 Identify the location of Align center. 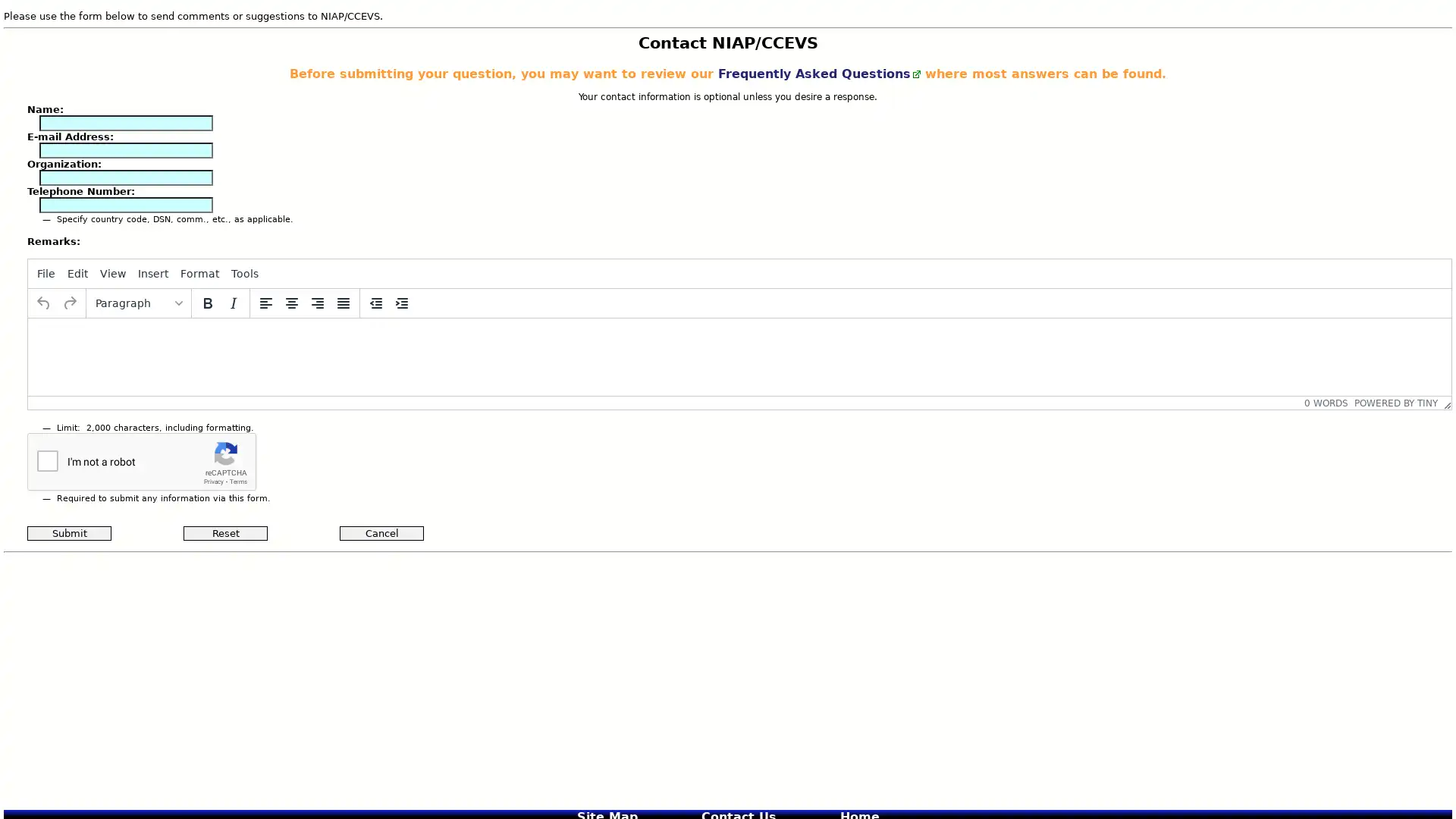
(291, 303).